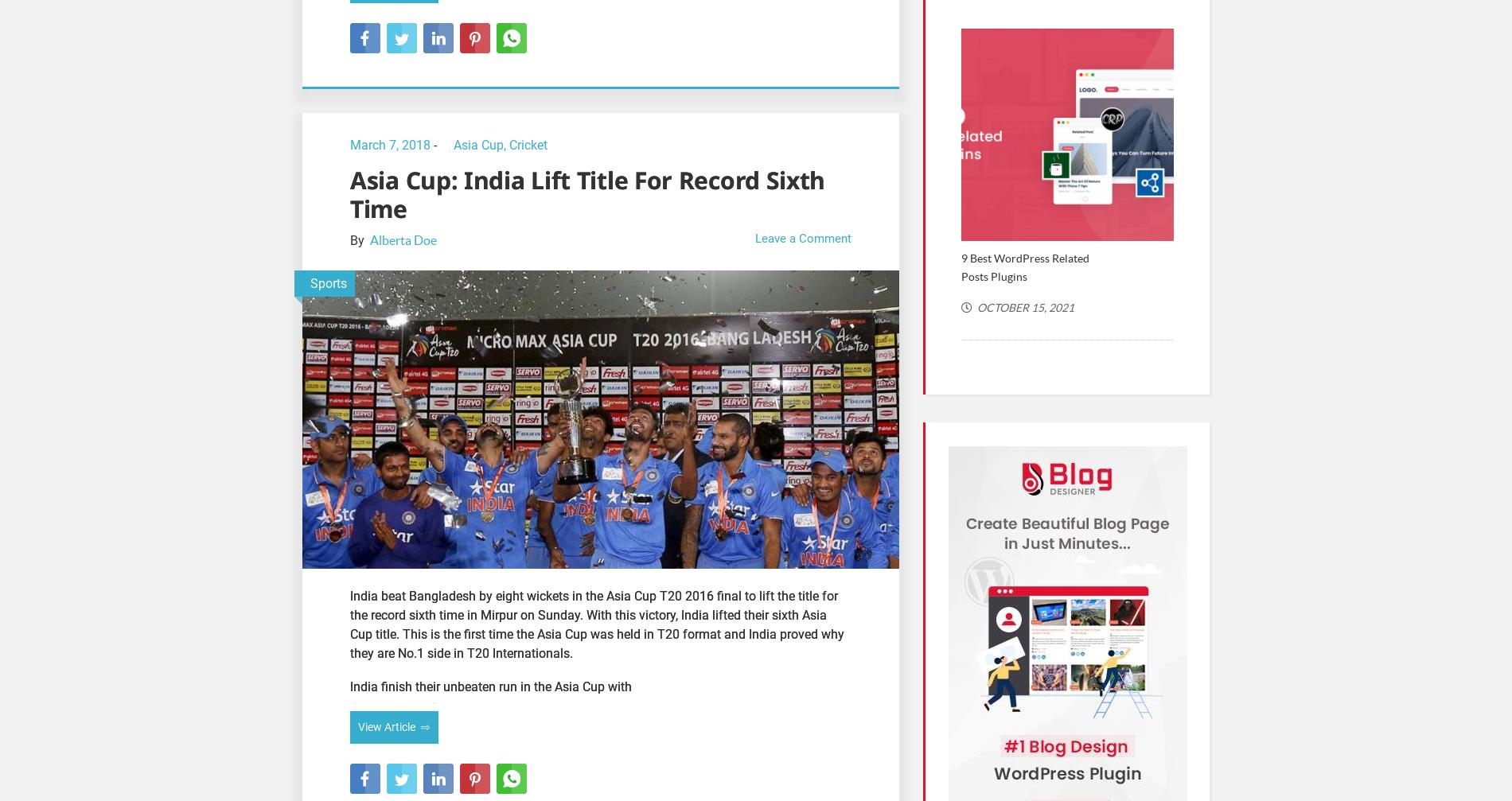 The width and height of the screenshot is (1512, 801). I want to click on ',', so click(506, 144).